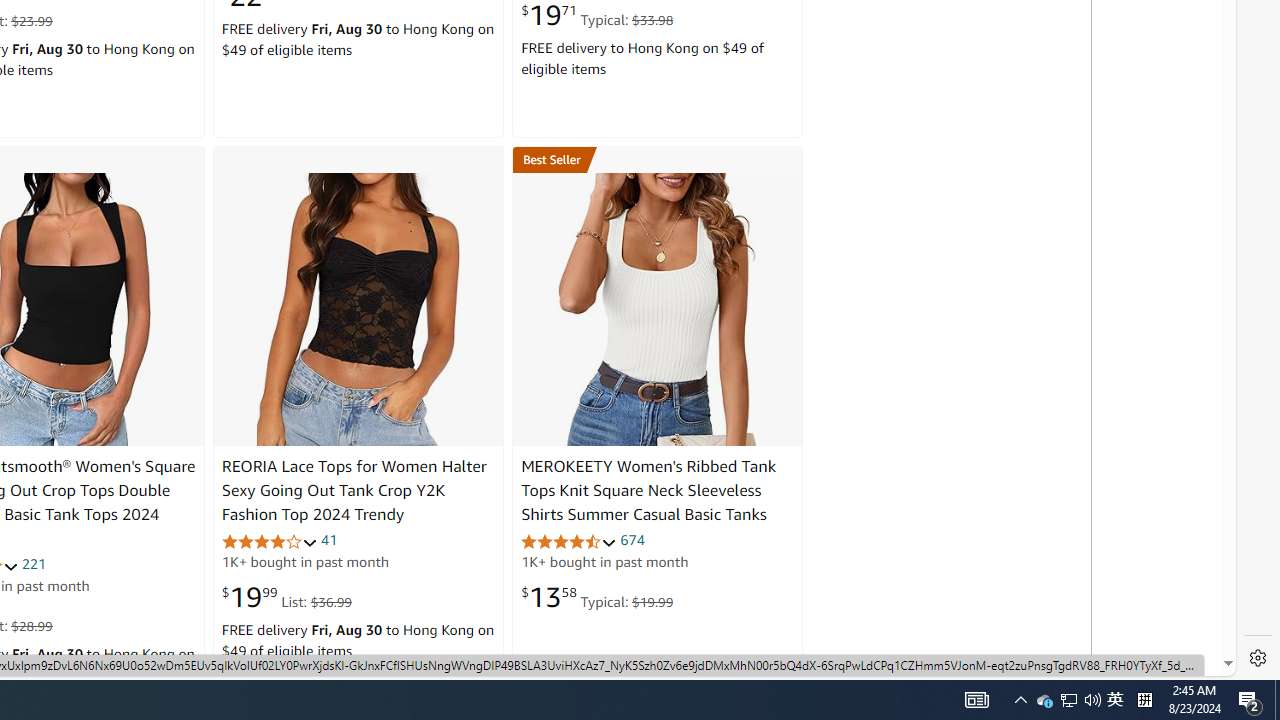  Describe the element at coordinates (268, 541) in the screenshot. I see `'4.0 out of 5 stars'` at that location.